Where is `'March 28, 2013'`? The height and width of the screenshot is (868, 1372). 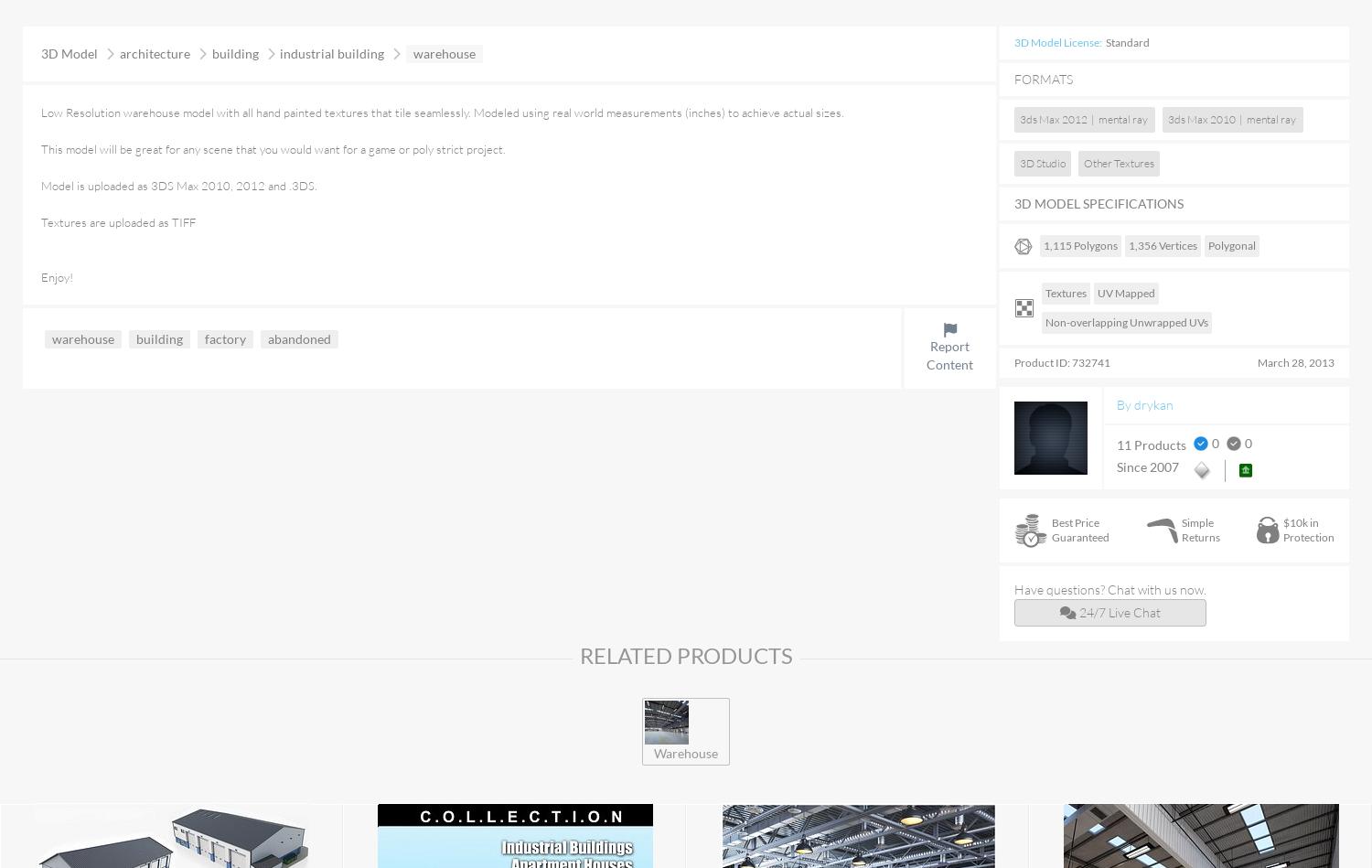
'March 28, 2013' is located at coordinates (1258, 362).